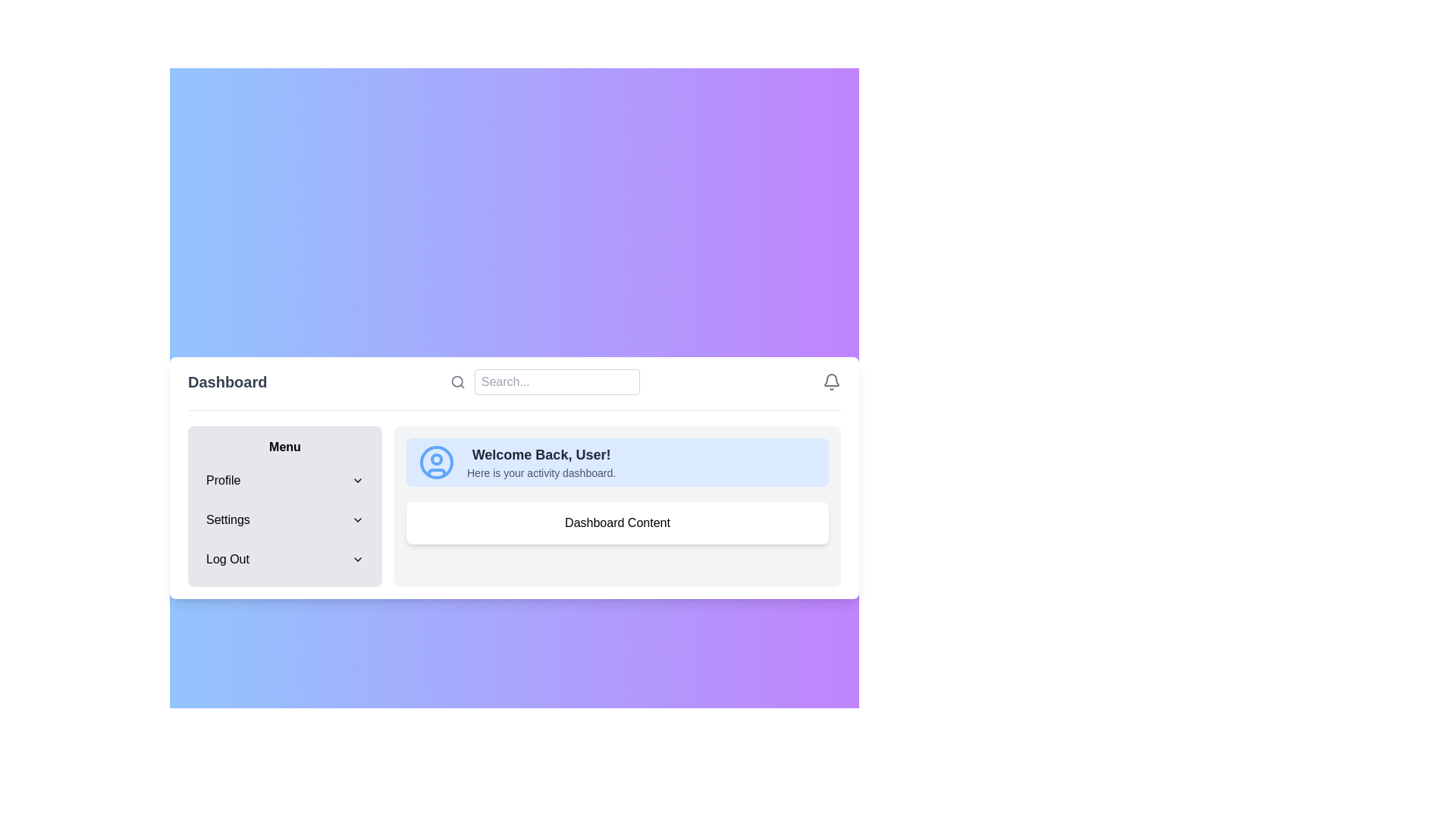 Image resolution: width=1456 pixels, height=819 pixels. What do you see at coordinates (514, 388) in the screenshot?
I see `the search input field located in the header for typing a query` at bounding box center [514, 388].